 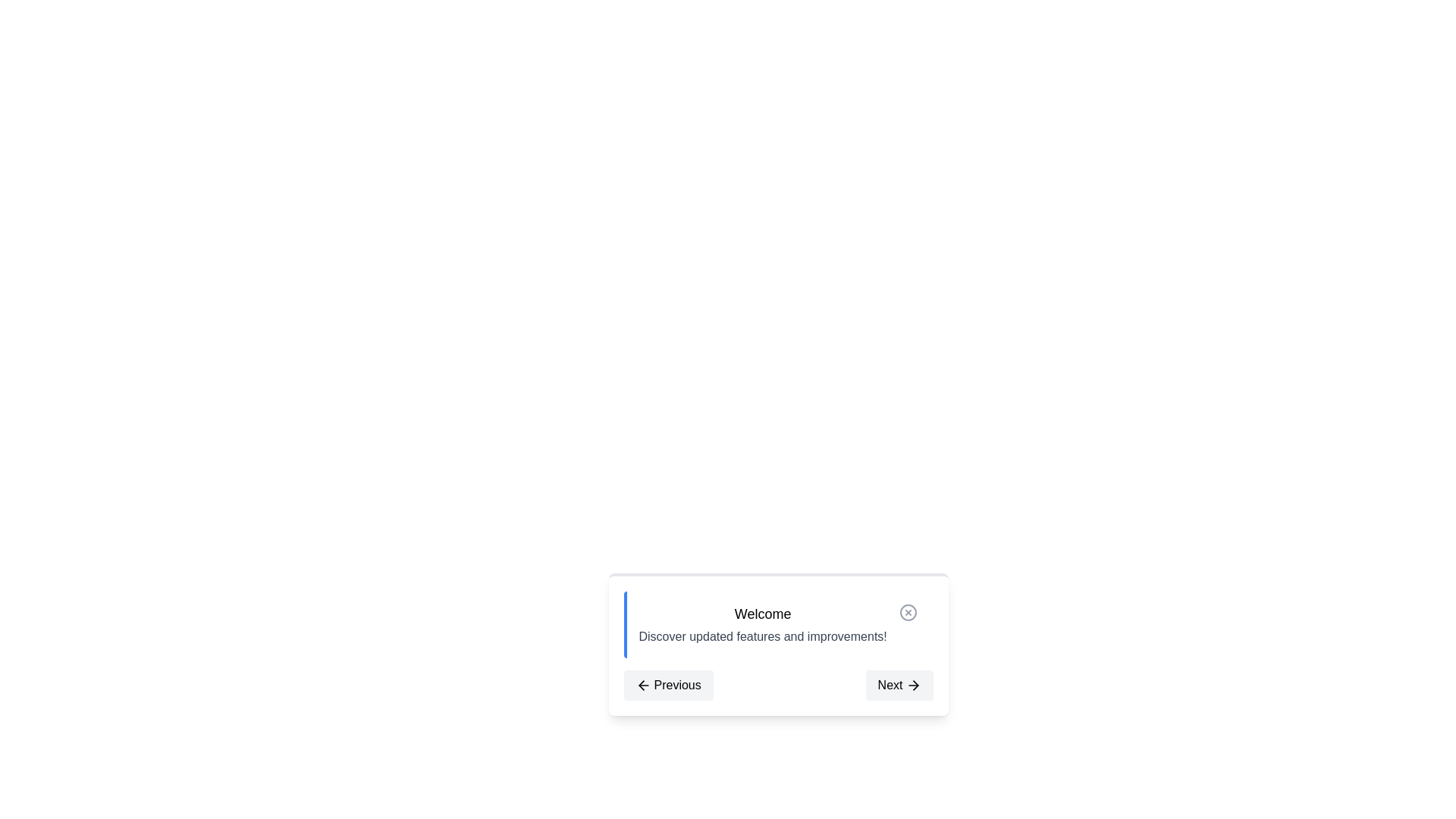 What do you see at coordinates (643, 685) in the screenshot?
I see `the leftward arrow icon within the 'Previous' button located at the bottom-left side of the modal pop-up` at bounding box center [643, 685].